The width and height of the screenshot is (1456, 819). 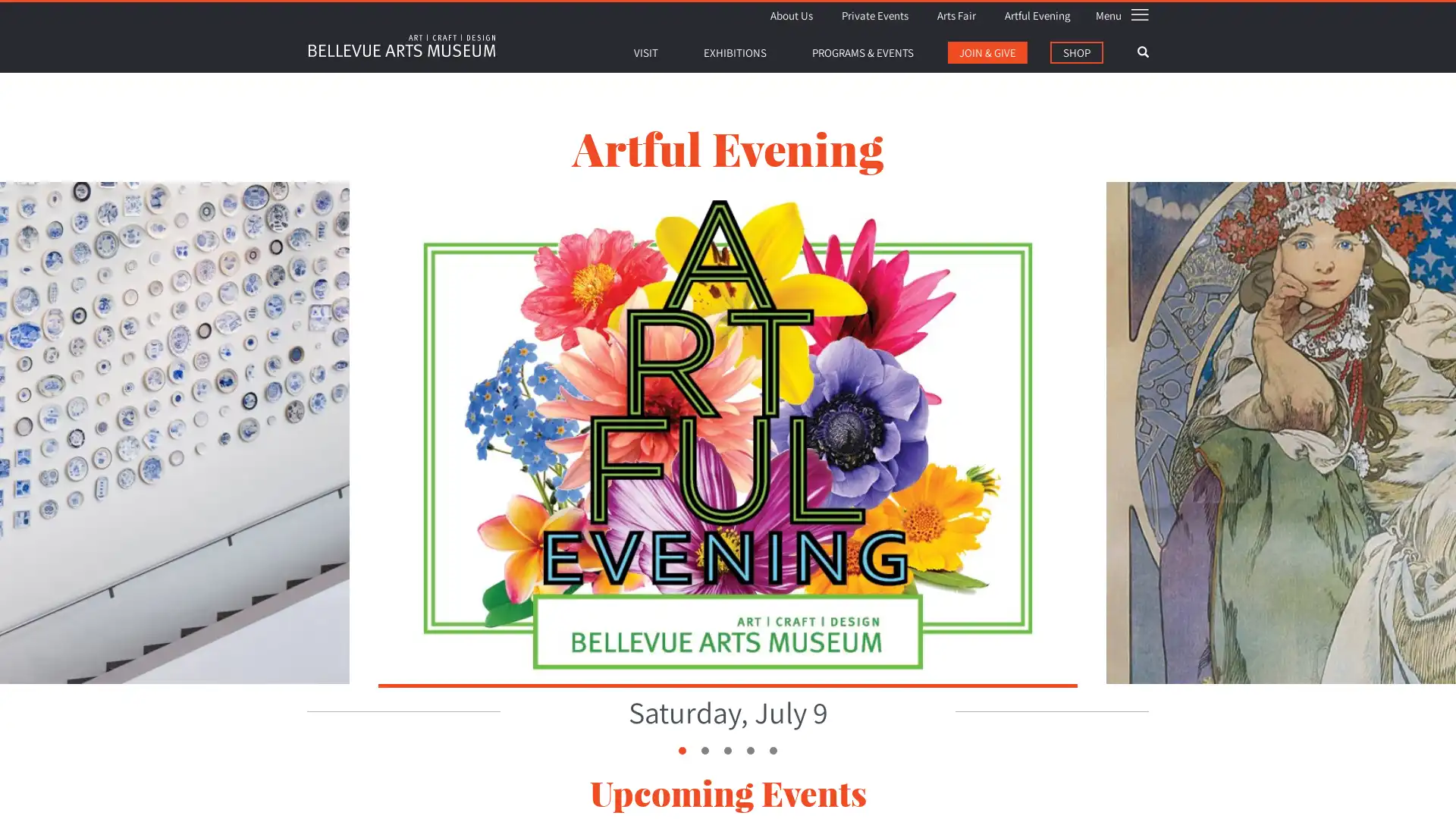 I want to click on 1, so click(x=682, y=751).